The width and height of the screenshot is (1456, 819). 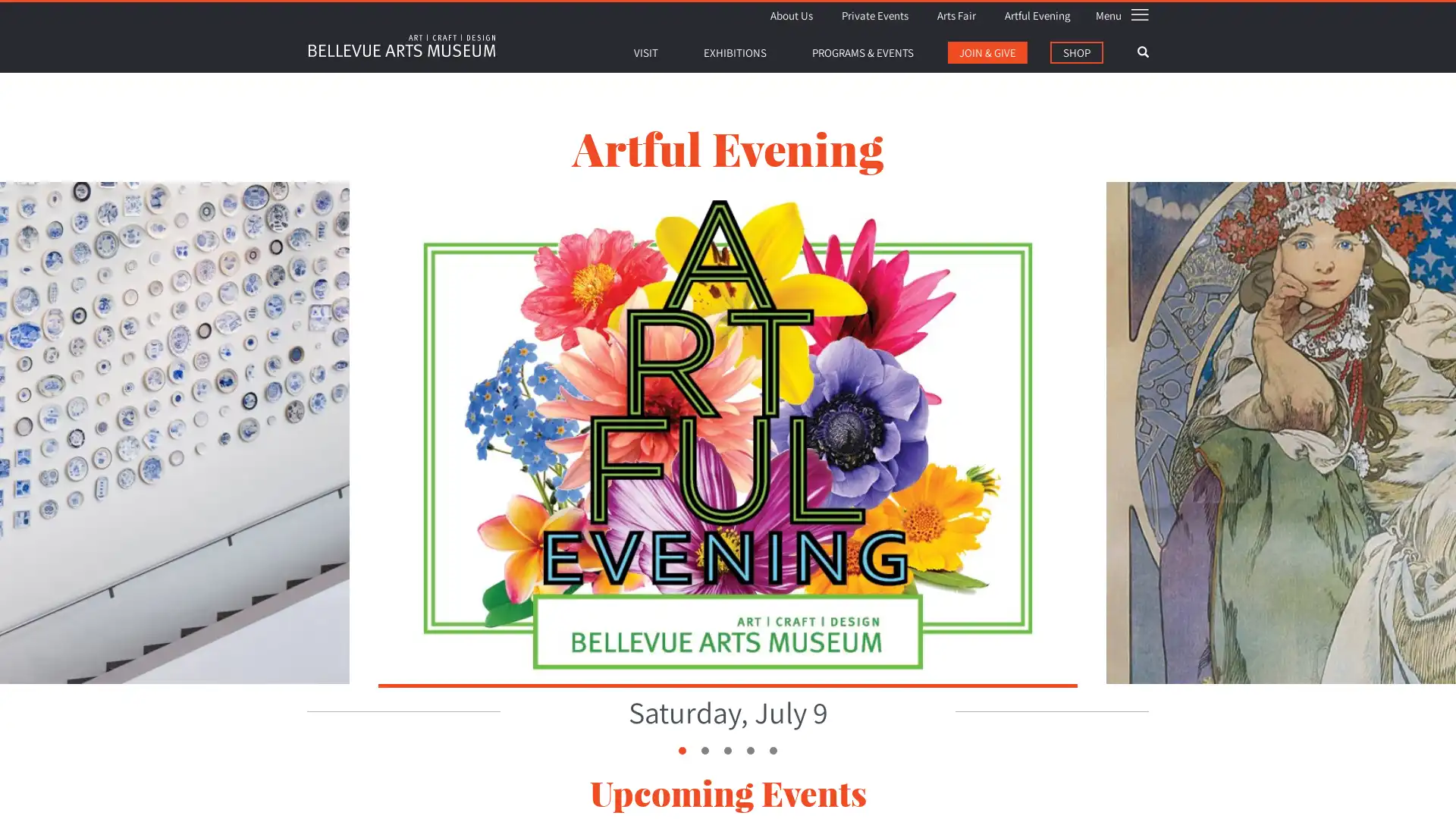 I want to click on 1, so click(x=682, y=751).